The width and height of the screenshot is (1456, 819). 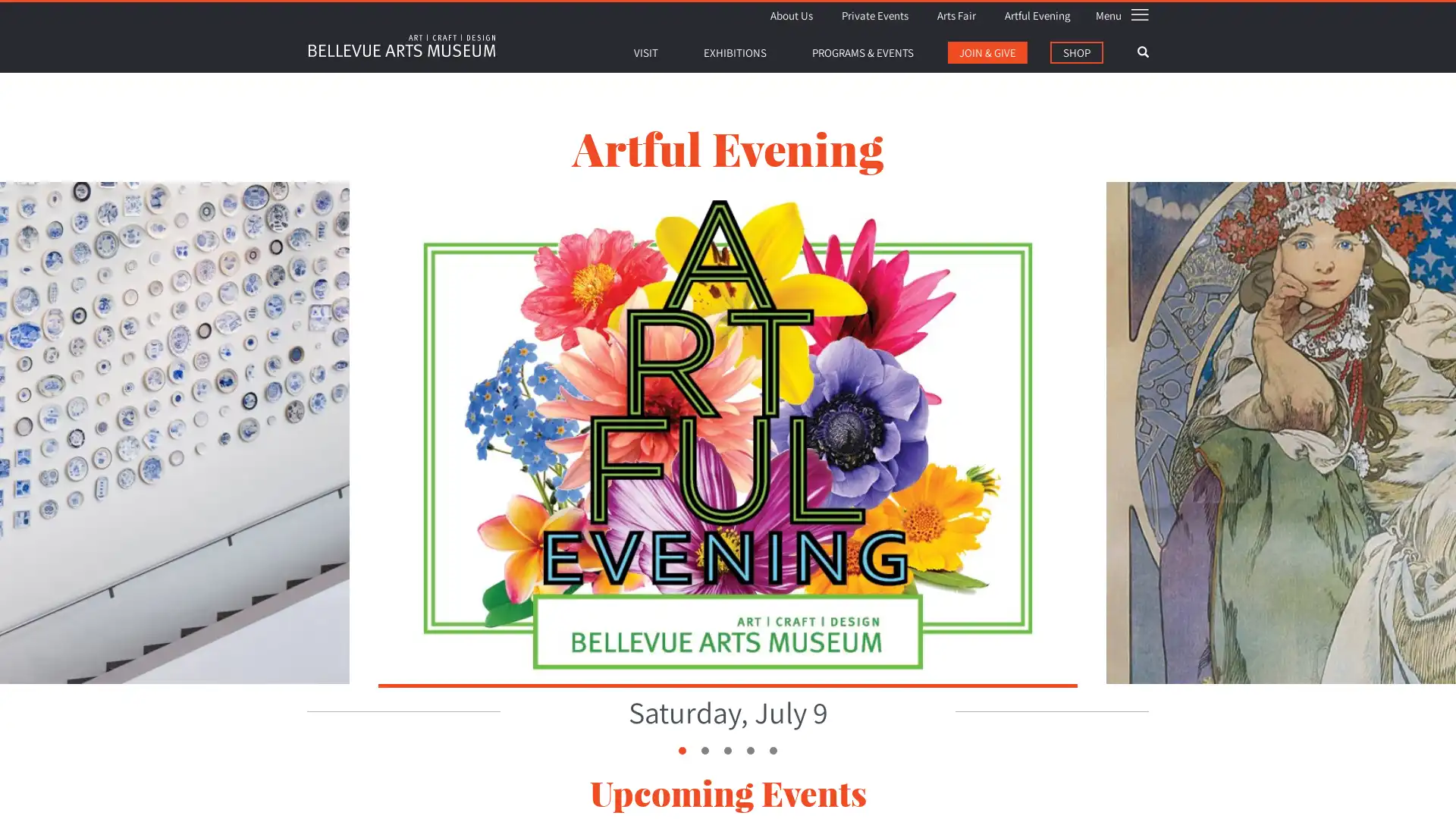 I want to click on 1, so click(x=682, y=751).